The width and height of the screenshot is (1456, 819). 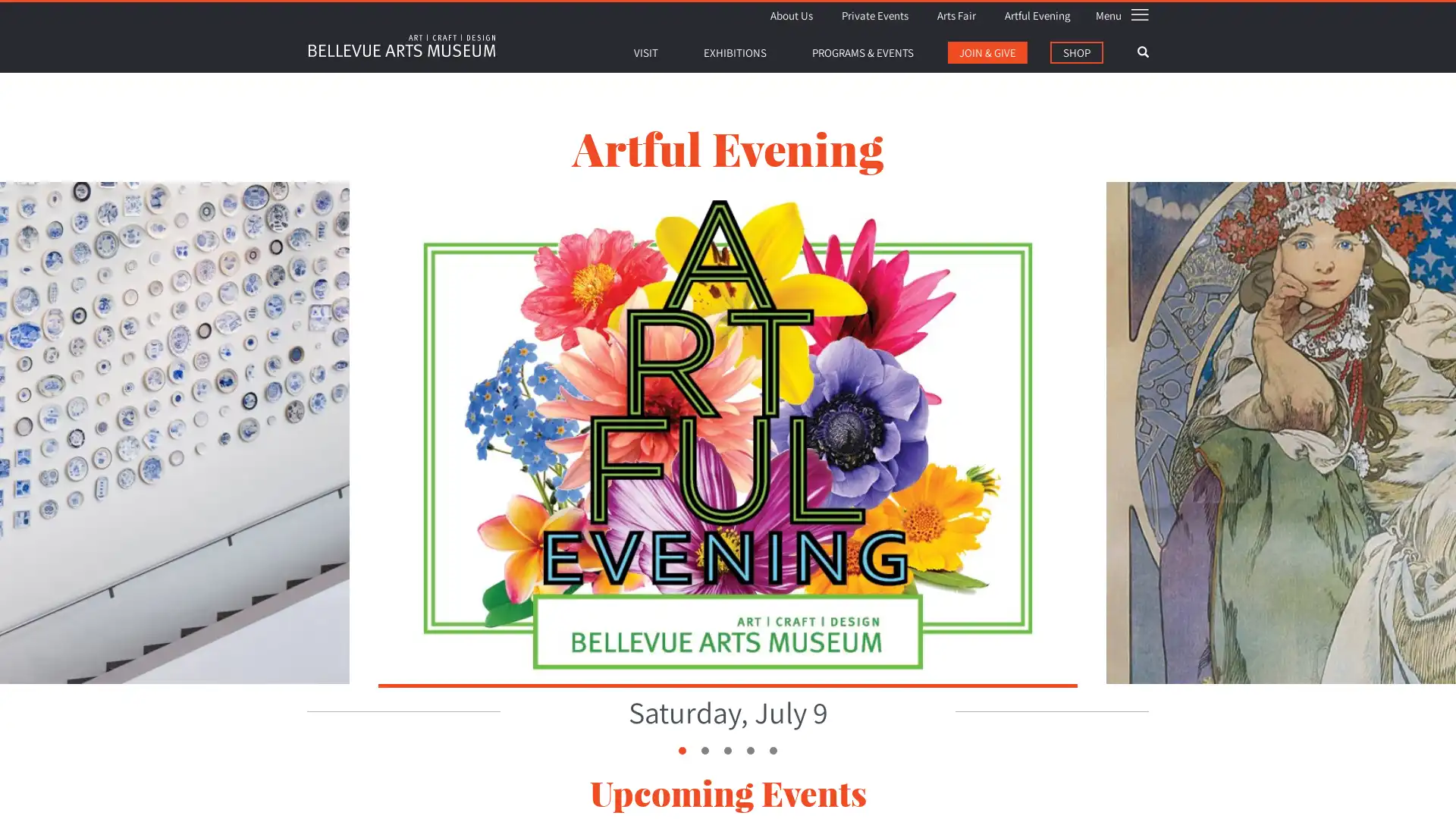 I want to click on 1, so click(x=682, y=751).